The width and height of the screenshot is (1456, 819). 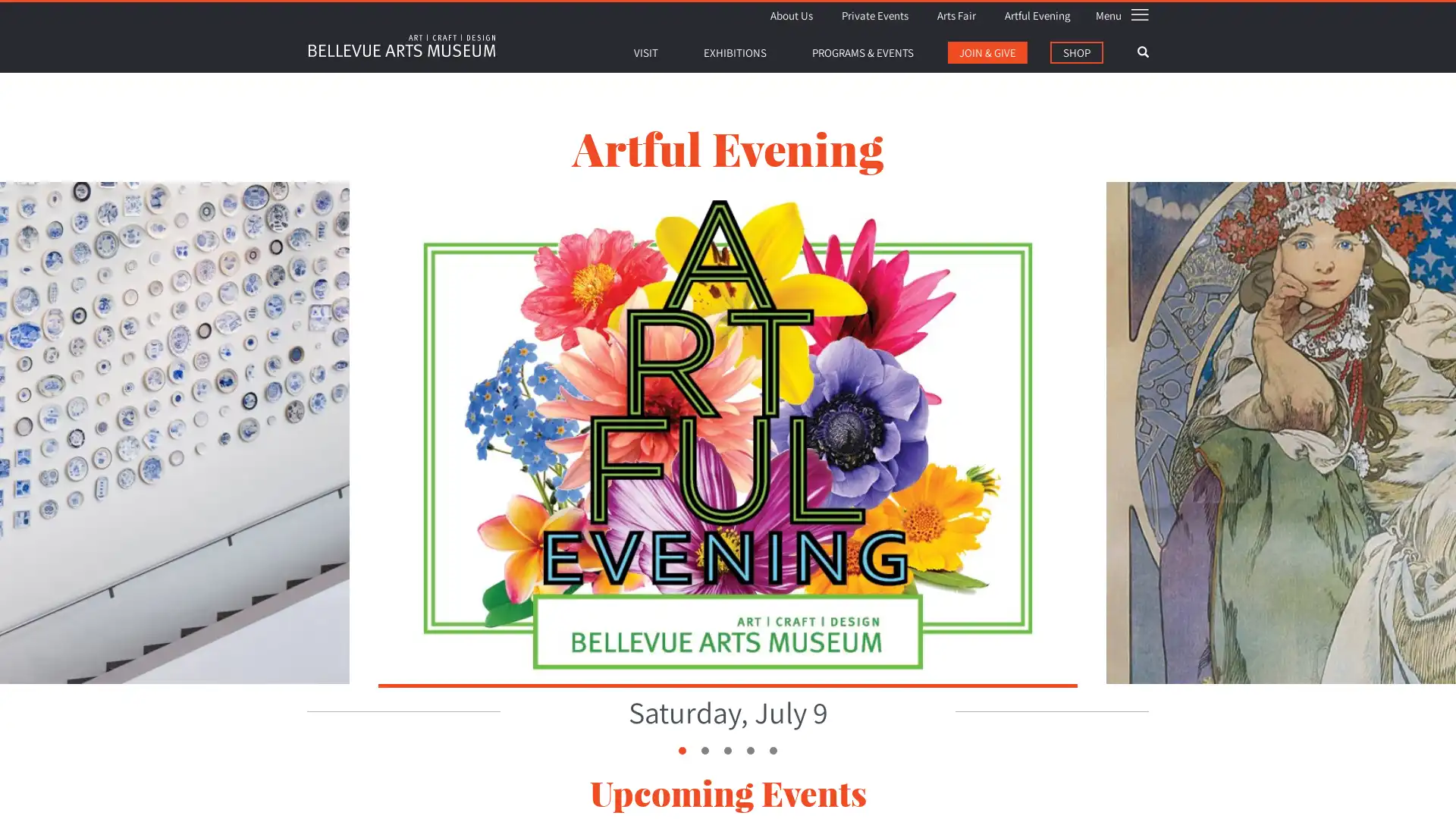 I want to click on 1, so click(x=682, y=751).